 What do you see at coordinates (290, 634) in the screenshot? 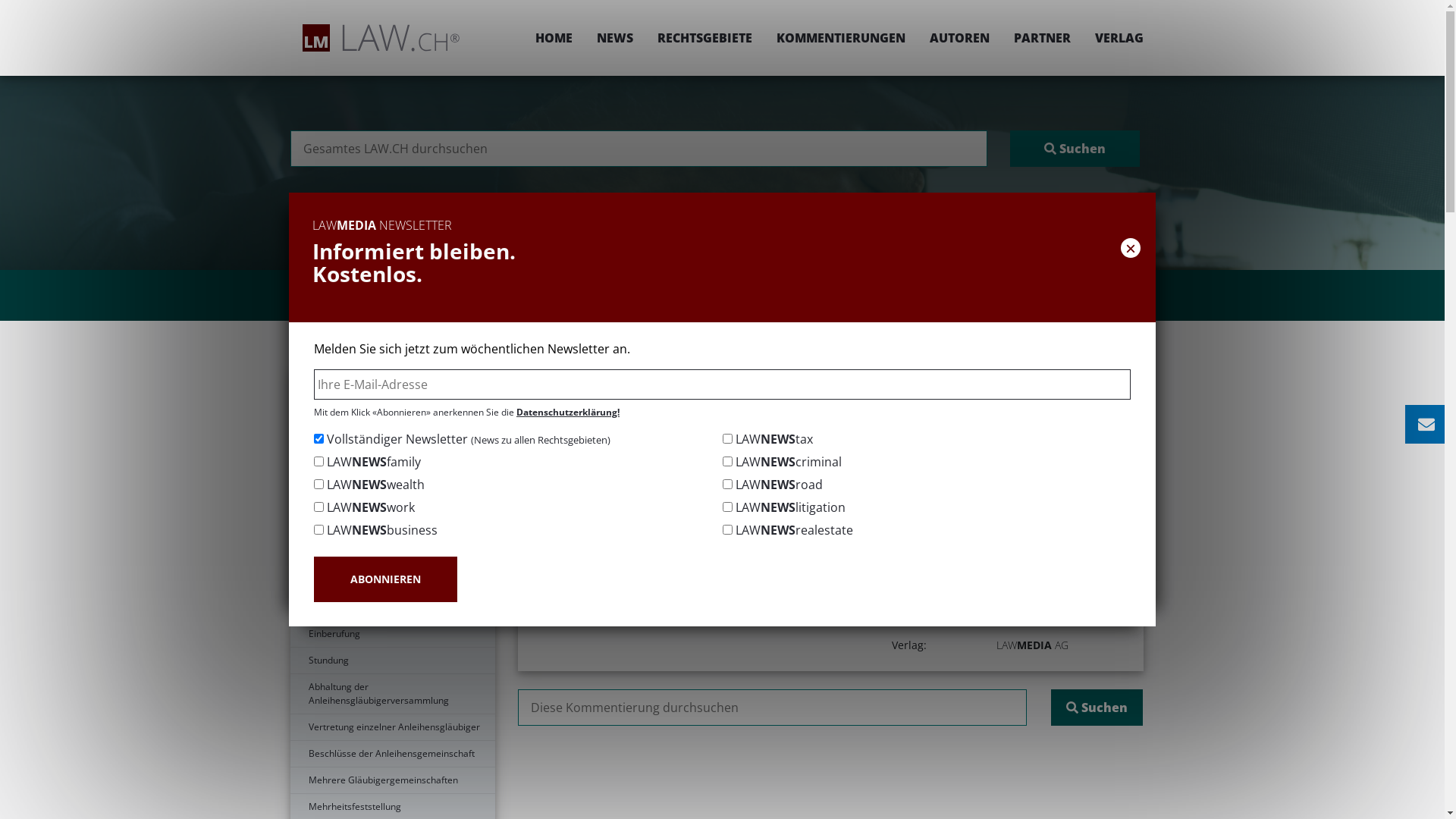
I see `'Einberufung'` at bounding box center [290, 634].